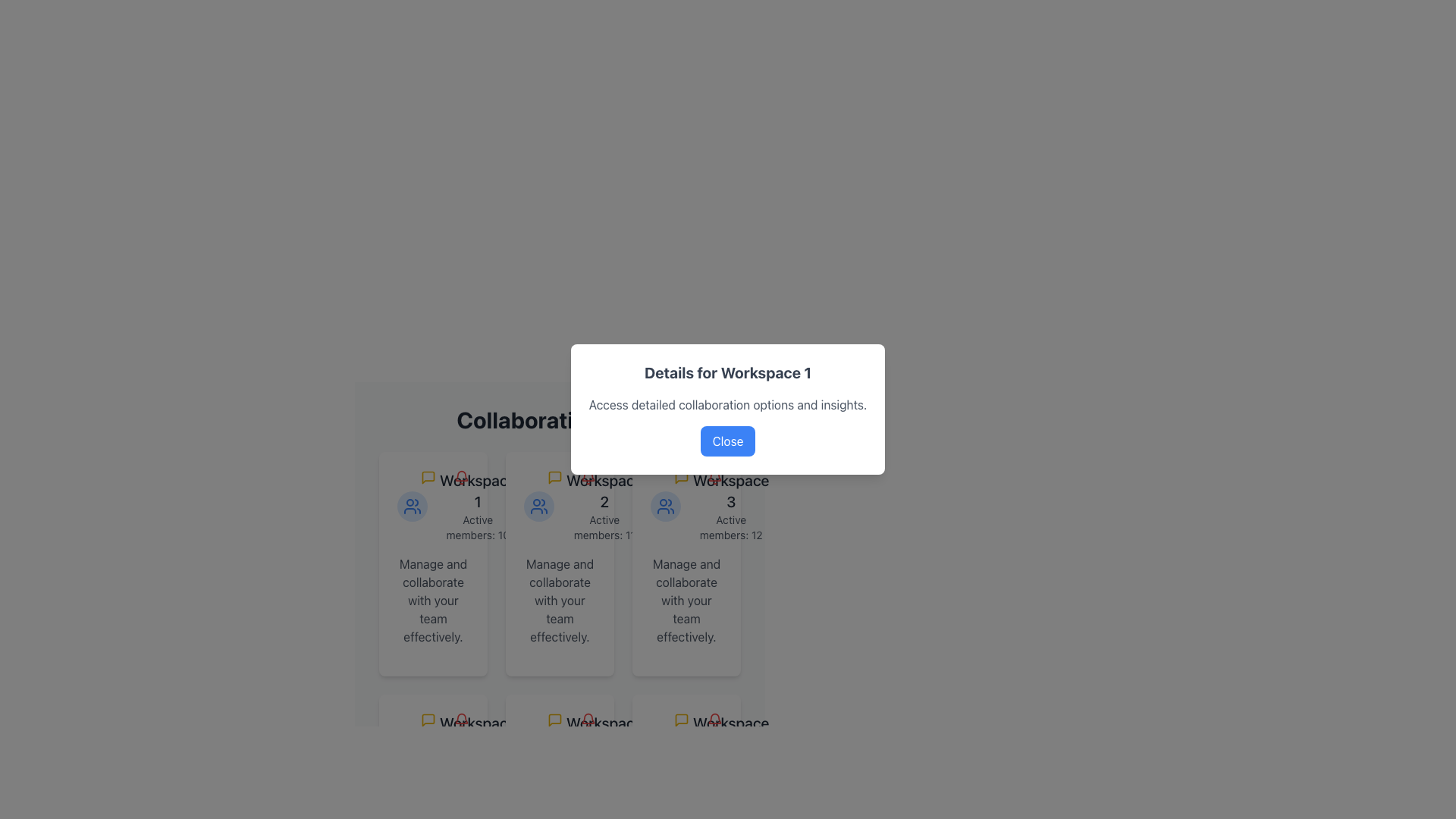  What do you see at coordinates (428, 719) in the screenshot?
I see `the messaging icon located in the bottom-left corner of the workspace card to interact with messages related to this workspace` at bounding box center [428, 719].